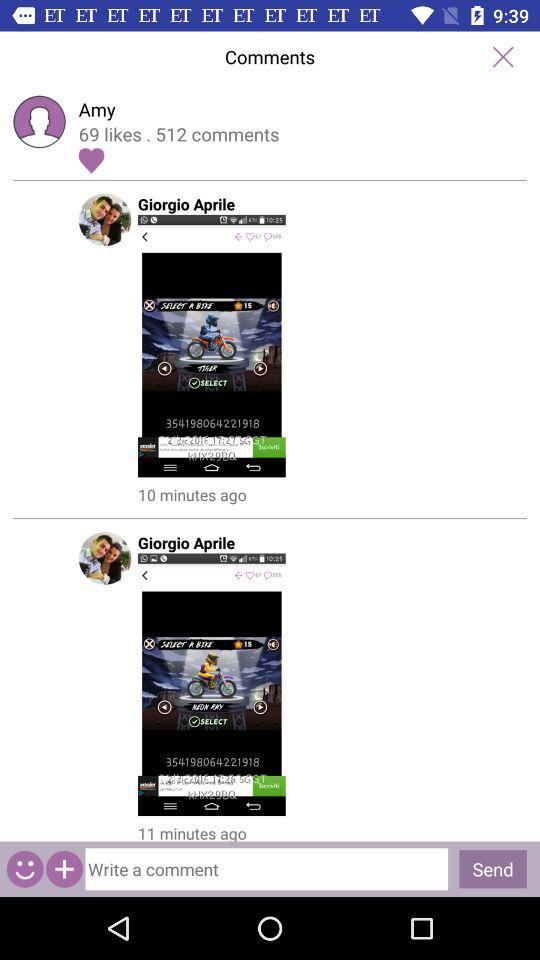  I want to click on comment, so click(266, 868).